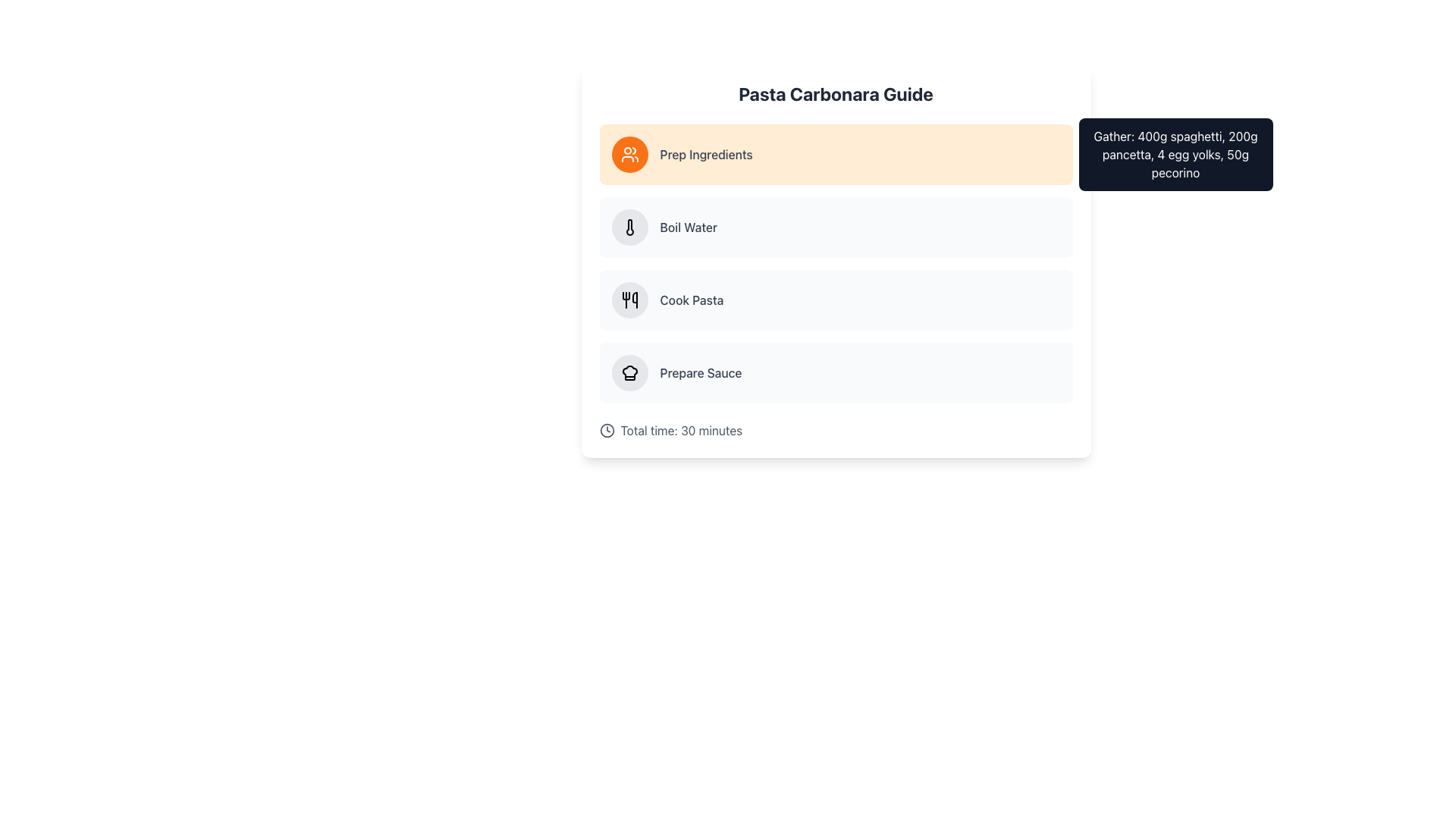 Image resolution: width=1456 pixels, height=819 pixels. Describe the element at coordinates (629, 227) in the screenshot. I see `the 'Boil Water' icon, which visually represents the 'Boil Water' step in the cooking process, located second in the list of steps` at that location.